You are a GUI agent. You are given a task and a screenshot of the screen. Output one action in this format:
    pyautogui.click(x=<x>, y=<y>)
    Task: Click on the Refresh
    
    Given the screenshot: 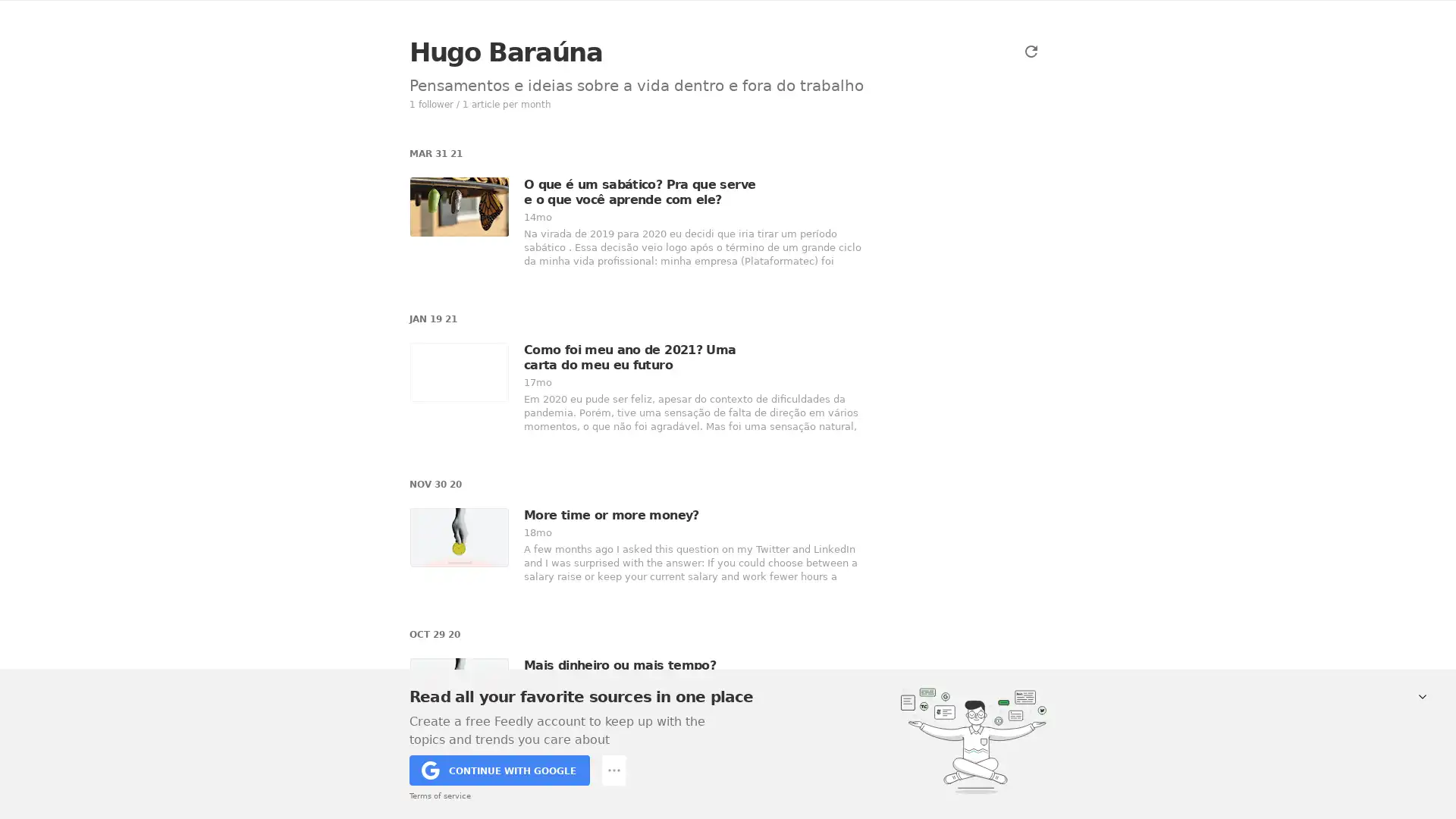 What is the action you would take?
    pyautogui.click(x=1030, y=51)
    